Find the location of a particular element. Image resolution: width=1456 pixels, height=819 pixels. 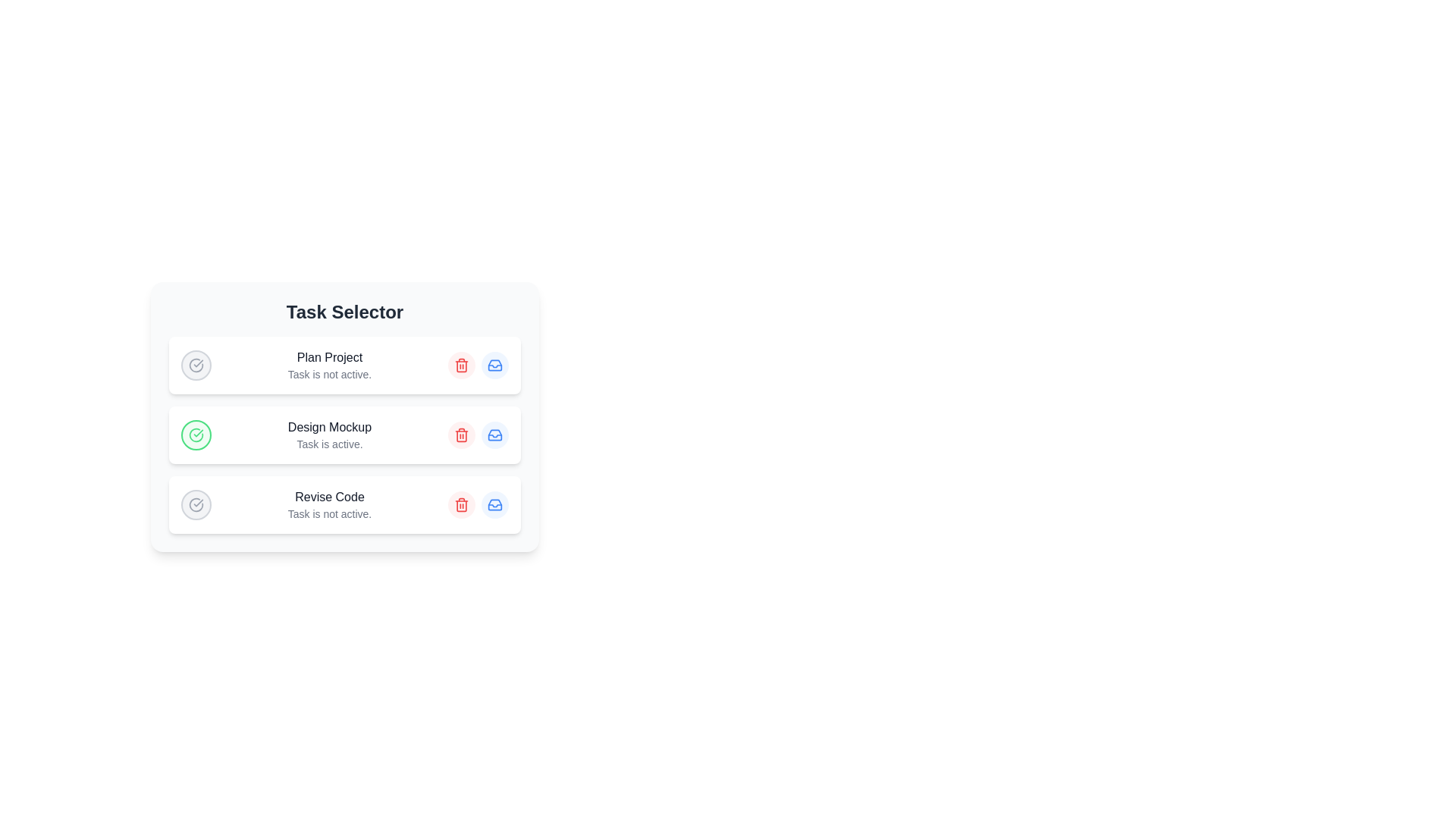

the circular icon with a gray border and checkmark symbol located in the first row of the task list adjacent to the 'Plan Project' text to interact or toggle its state is located at coordinates (196, 366).